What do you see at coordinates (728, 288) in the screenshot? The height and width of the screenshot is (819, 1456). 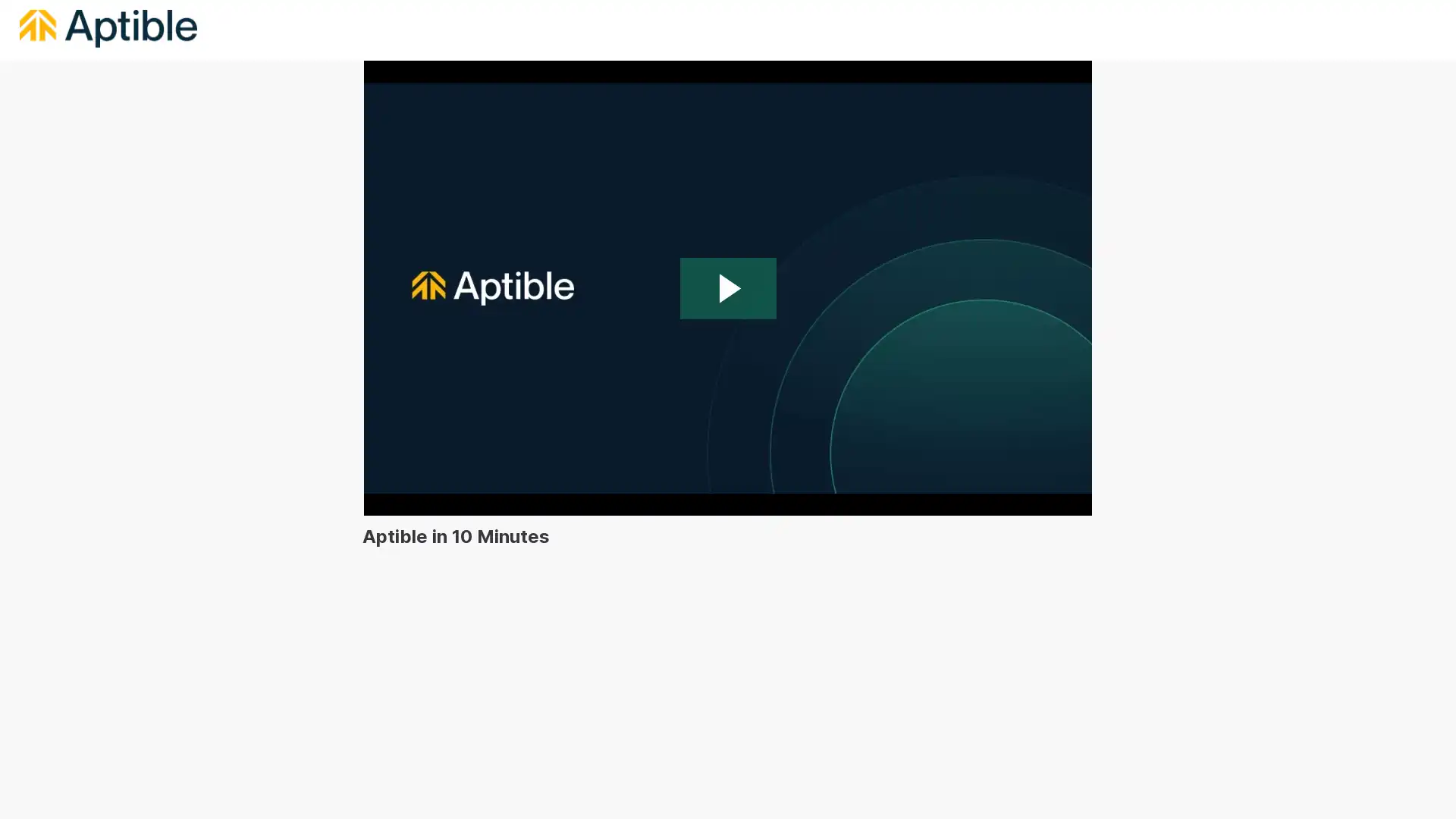 I see `Play` at bounding box center [728, 288].